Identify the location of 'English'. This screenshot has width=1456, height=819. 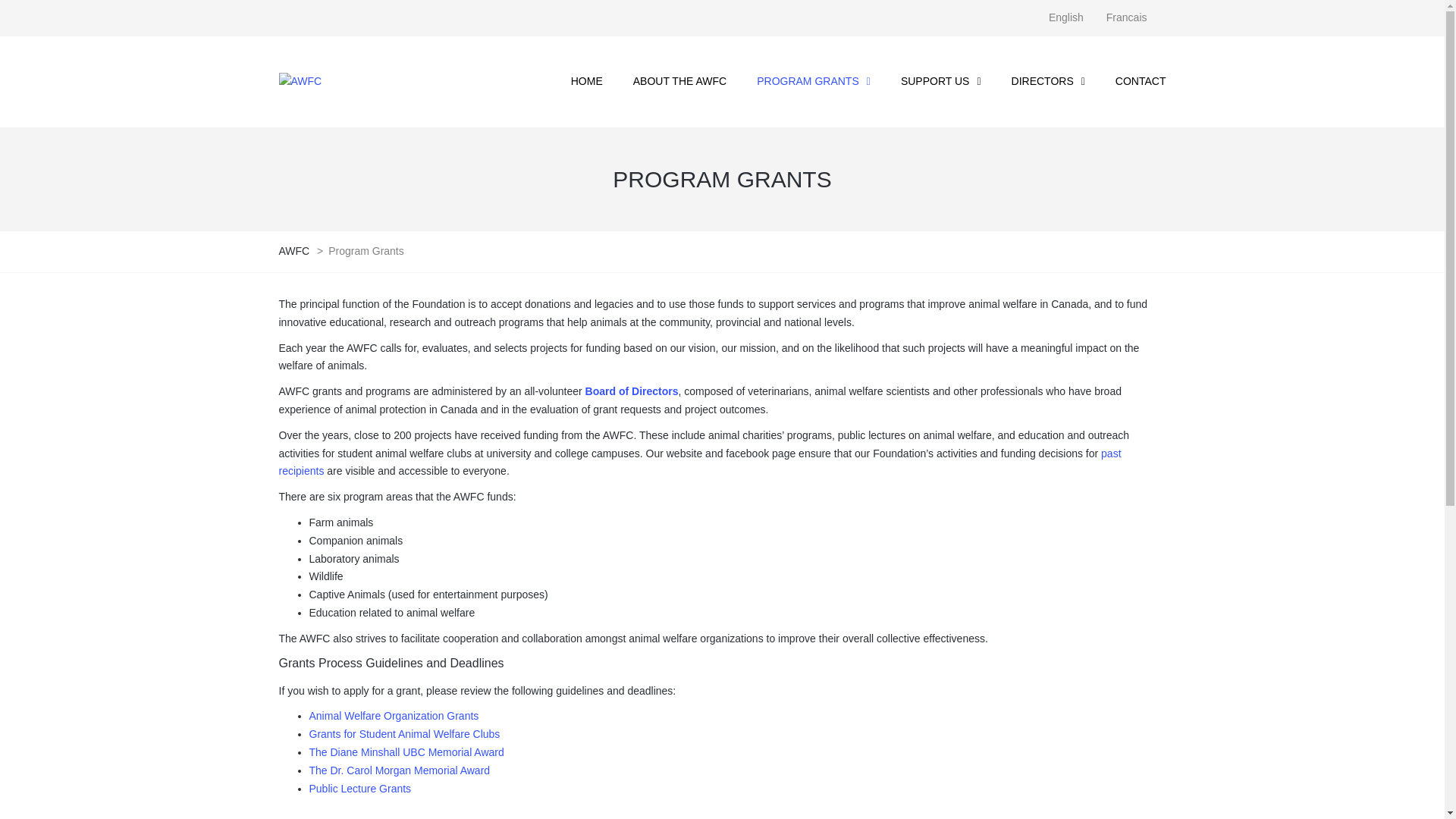
(1037, 17).